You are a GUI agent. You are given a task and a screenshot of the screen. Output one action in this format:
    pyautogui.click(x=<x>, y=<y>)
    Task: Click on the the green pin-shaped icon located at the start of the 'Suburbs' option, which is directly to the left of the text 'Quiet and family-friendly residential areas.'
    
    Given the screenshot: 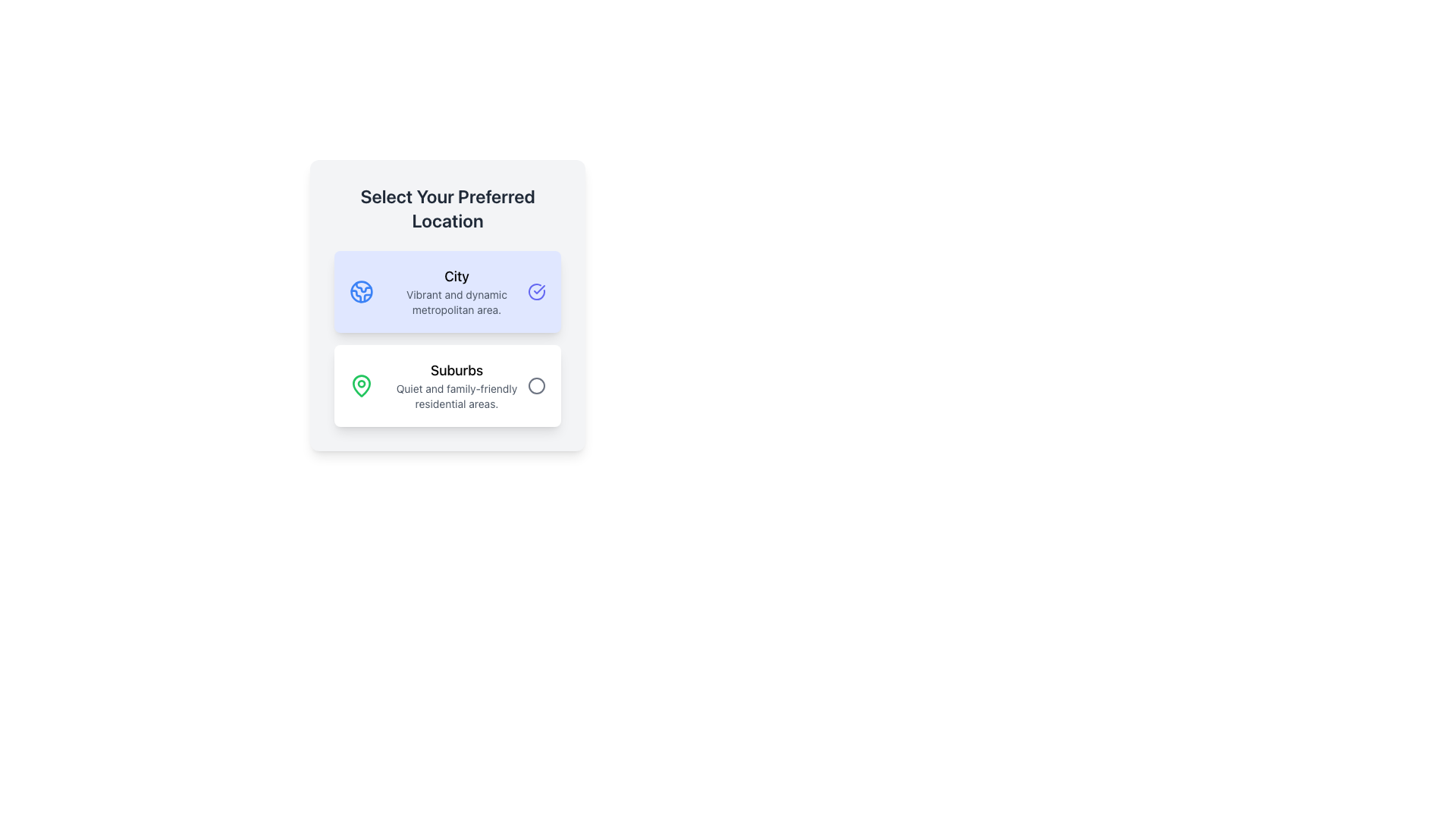 What is the action you would take?
    pyautogui.click(x=360, y=384)
    